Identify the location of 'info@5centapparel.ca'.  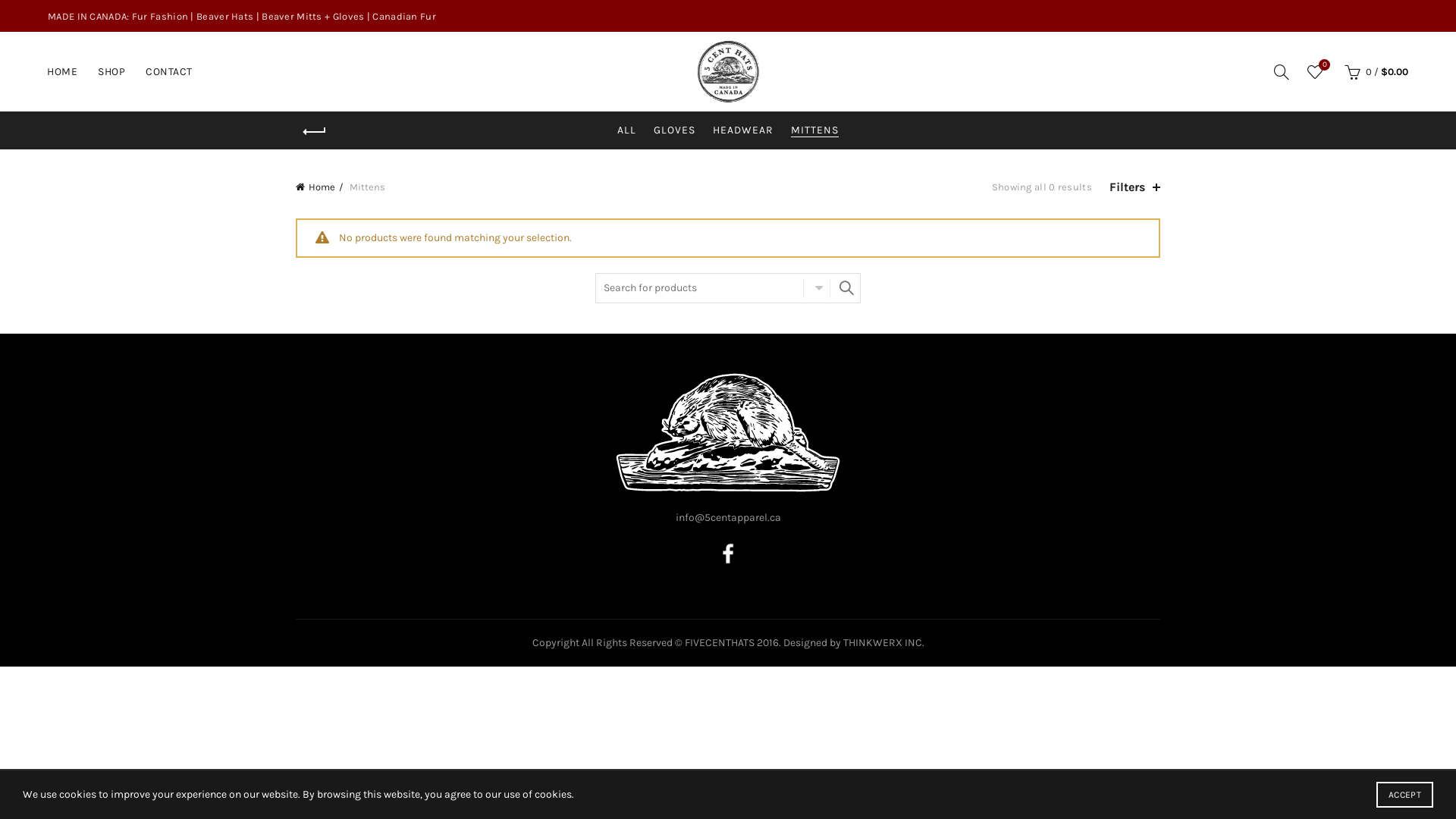
(726, 516).